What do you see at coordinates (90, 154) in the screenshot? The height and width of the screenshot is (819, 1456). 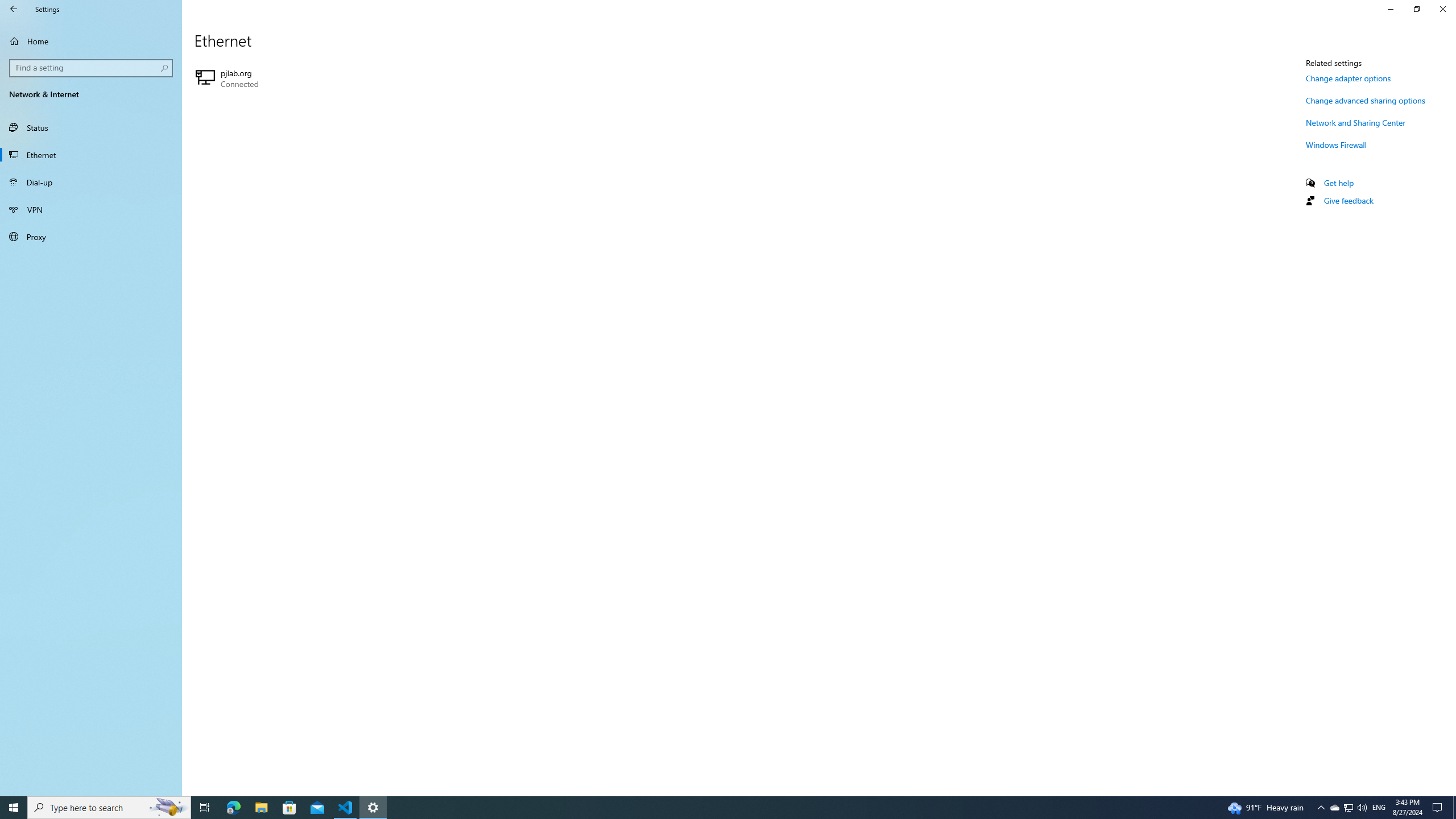 I see `'Ethernet'` at bounding box center [90, 154].